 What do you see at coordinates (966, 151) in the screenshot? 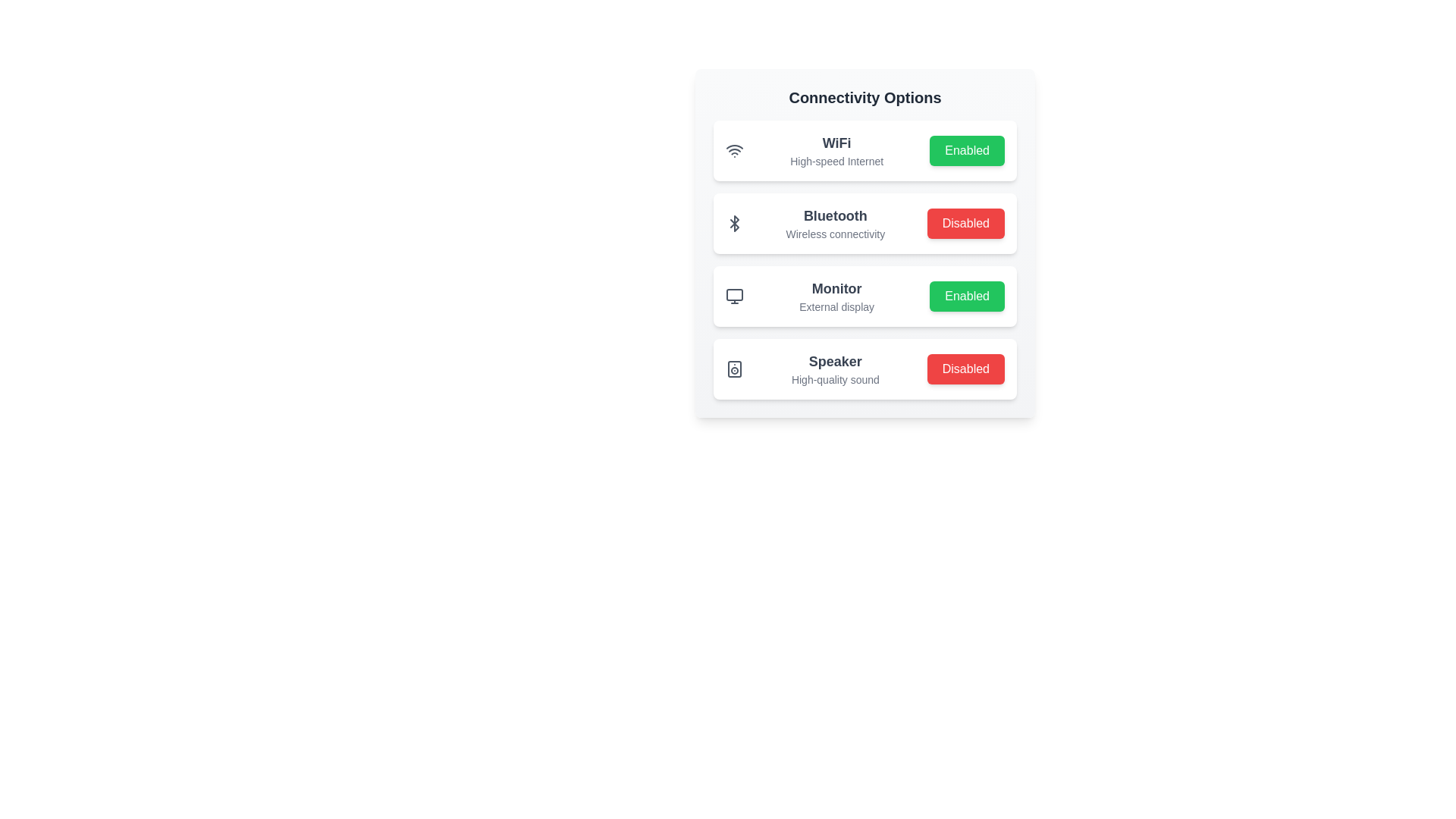
I see `the button to toggle the state of the WiFi feature` at bounding box center [966, 151].